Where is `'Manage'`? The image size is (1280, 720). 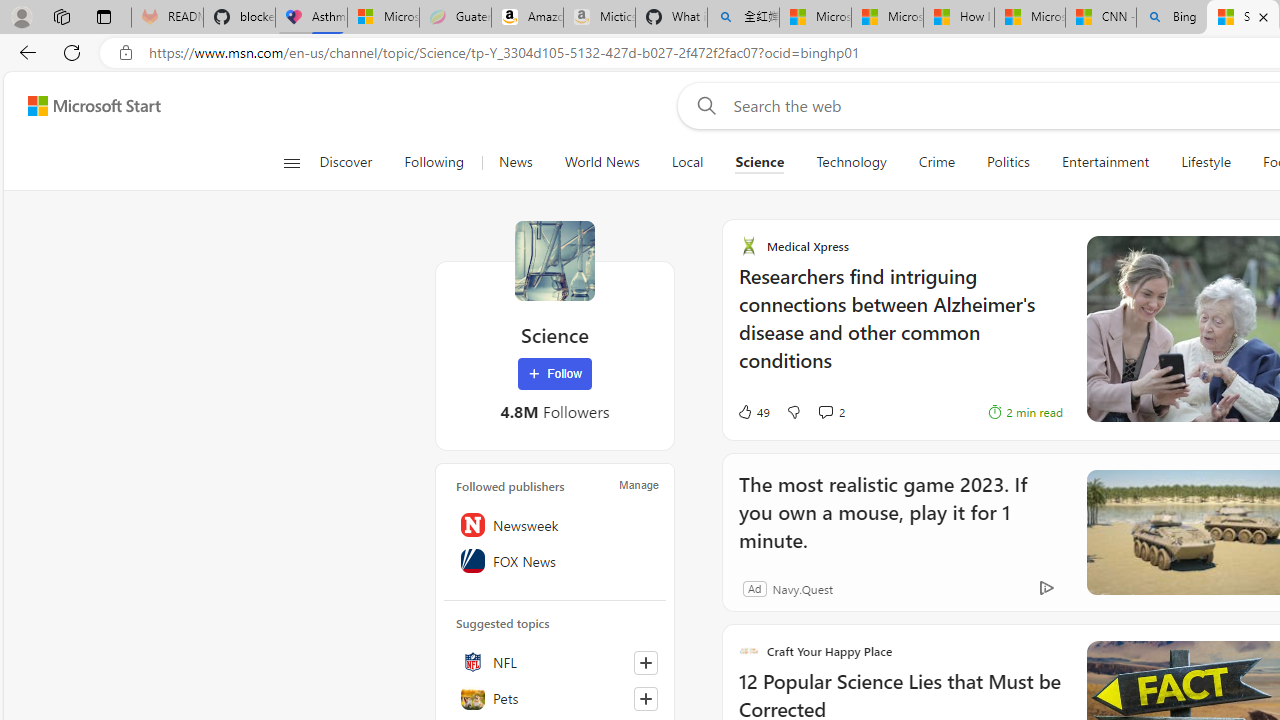 'Manage' is located at coordinates (638, 484).